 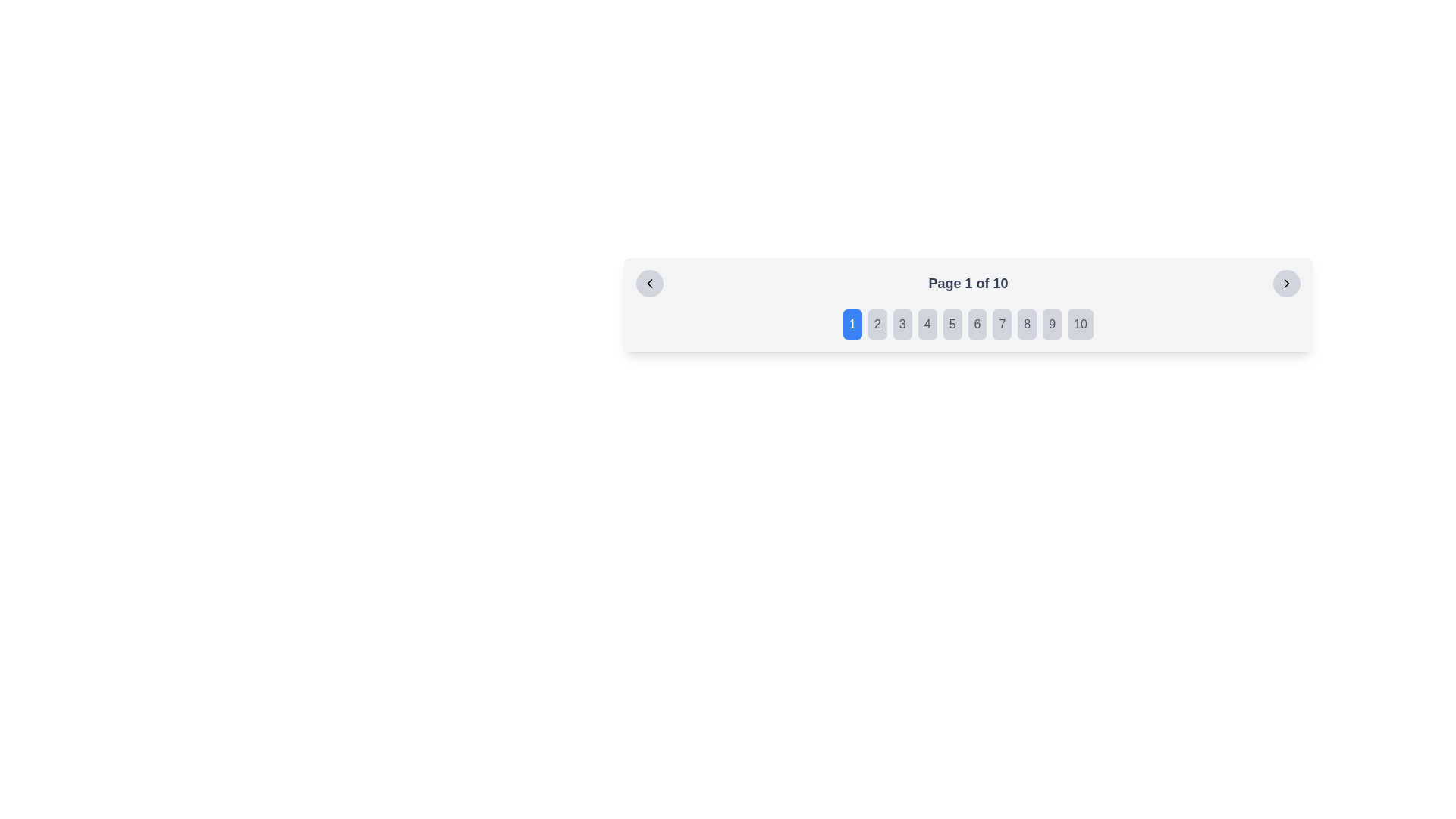 What do you see at coordinates (1285, 284) in the screenshot?
I see `the circular button with a light gray background and a black arrow icon pointing to the right` at bounding box center [1285, 284].